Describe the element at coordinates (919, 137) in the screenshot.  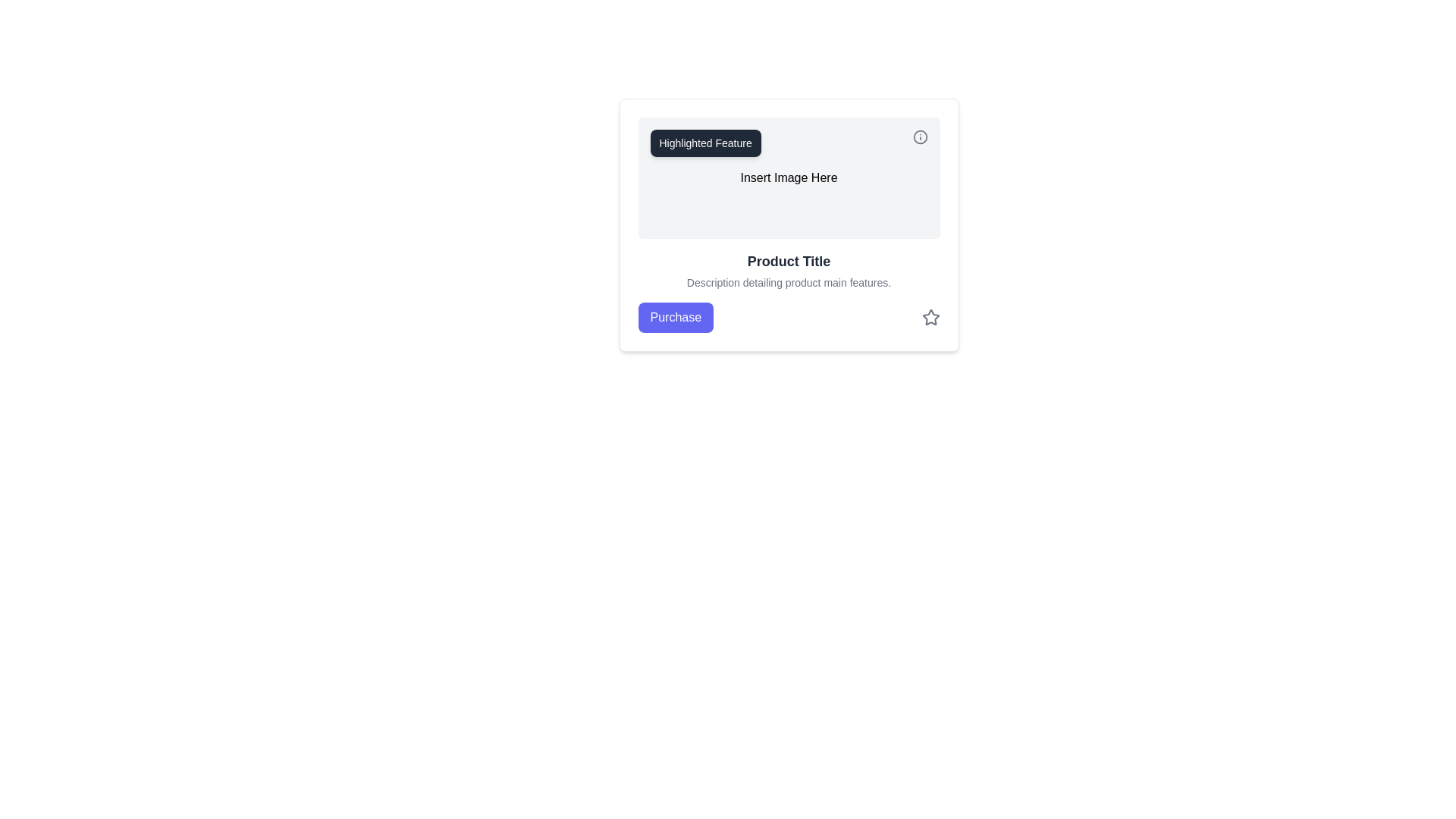
I see `the Circular Shape (SVG Element) located in the upper-right corner of the main product card component, above the 'Insert Image Here' placeholder` at that location.